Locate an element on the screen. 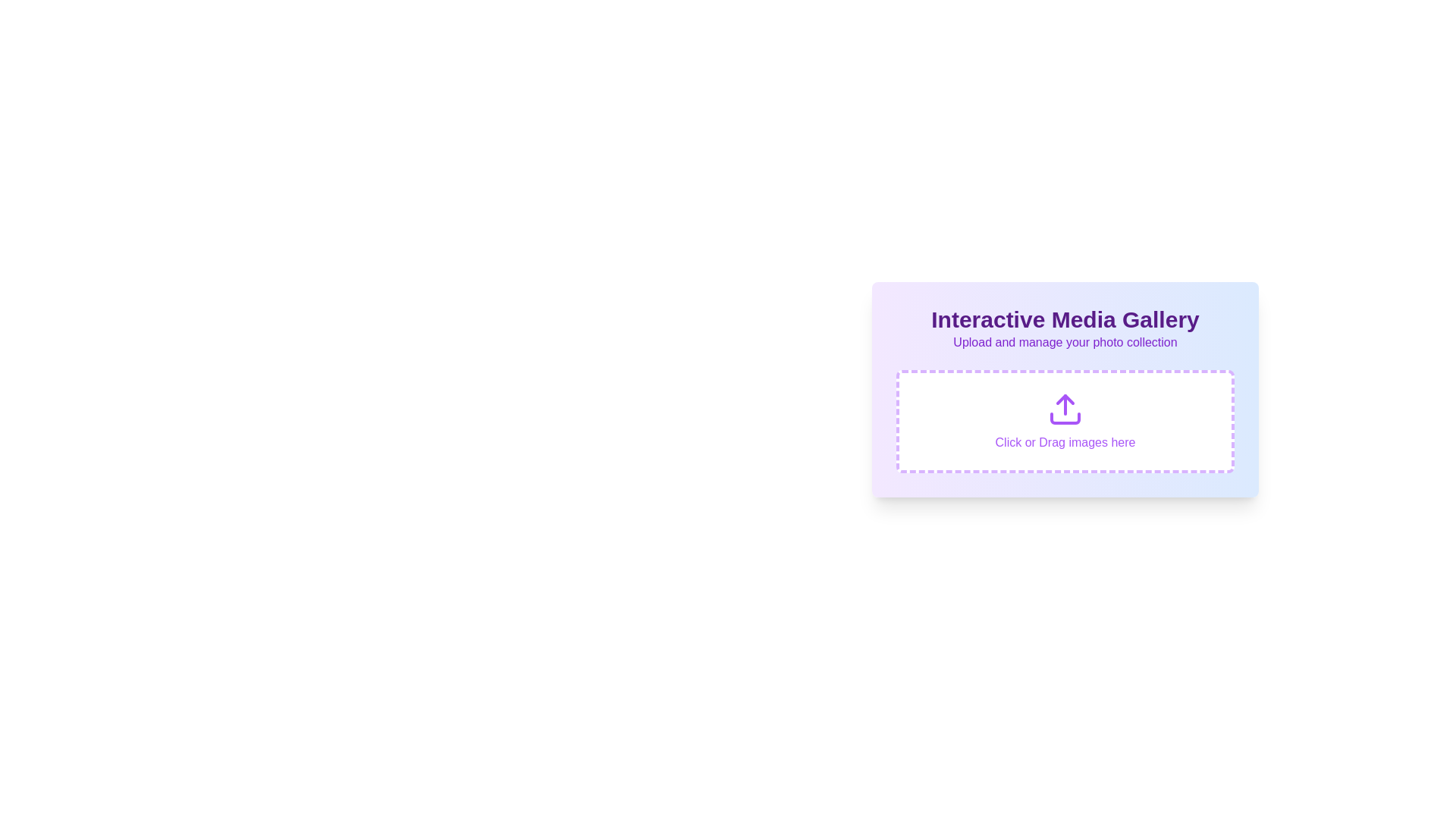  instruction text label located below the purple upload icon in the dashed rectangular area of the 'Interactive Media Gallery' card is located at coordinates (1065, 442).